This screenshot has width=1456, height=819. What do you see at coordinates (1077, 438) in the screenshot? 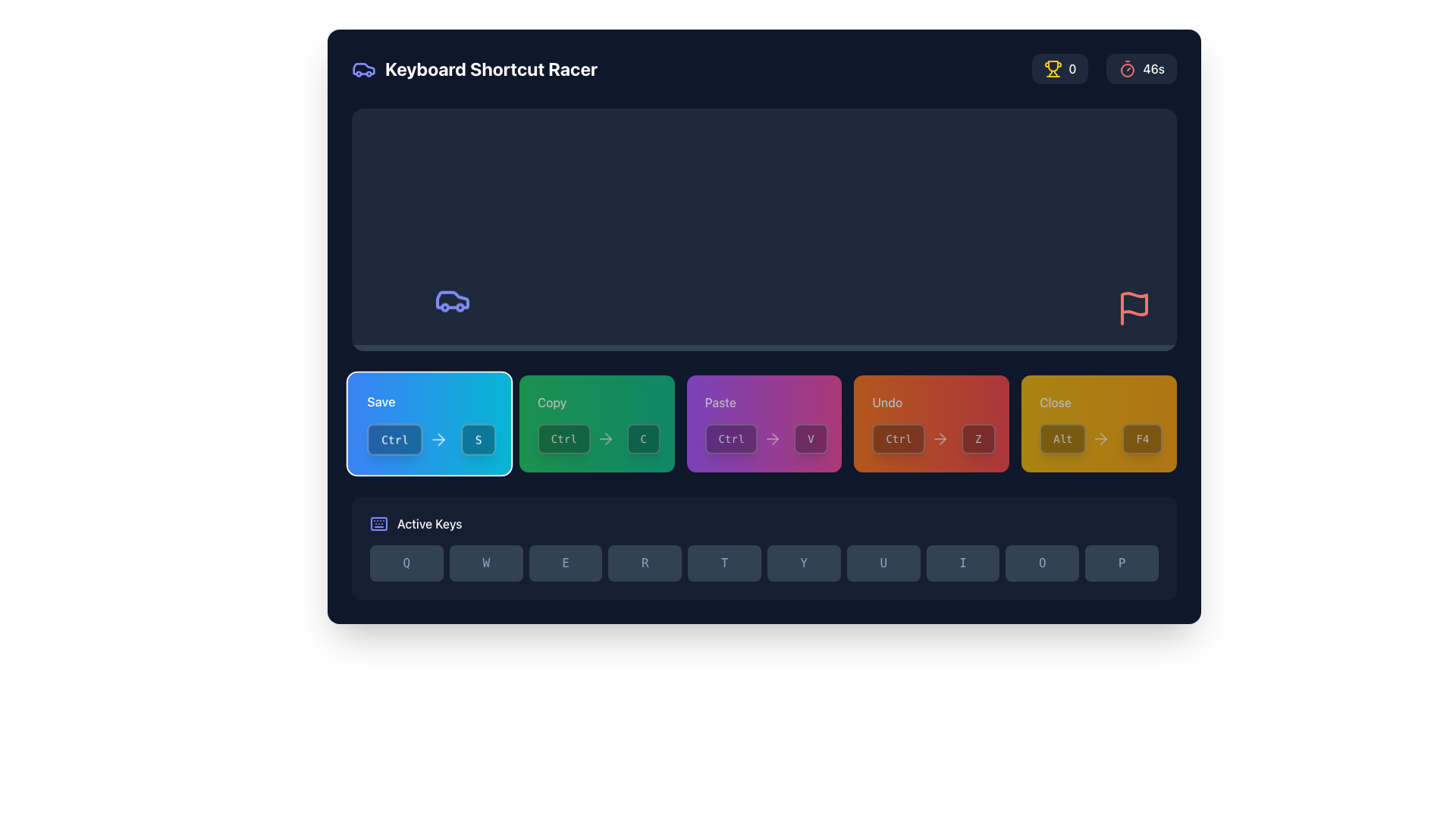
I see `the role of the 'Alt' button-style key representation, which is a rectangular interactive element with a rounded outline and white text on a dark background, located in the 'Close' section of the interface` at bounding box center [1077, 438].